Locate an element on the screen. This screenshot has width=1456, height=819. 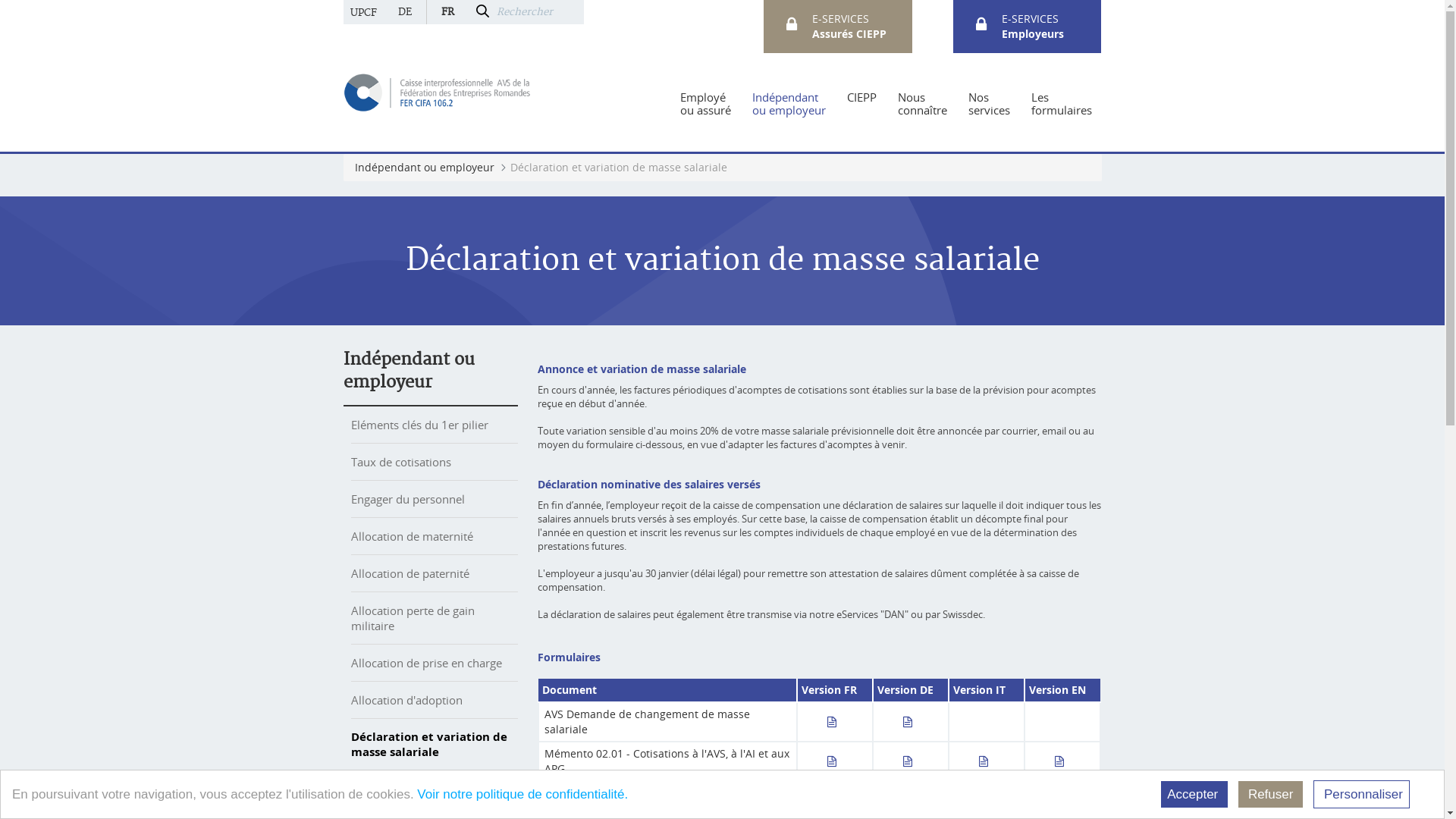
'Allocations familiales' is located at coordinates (405, 789).